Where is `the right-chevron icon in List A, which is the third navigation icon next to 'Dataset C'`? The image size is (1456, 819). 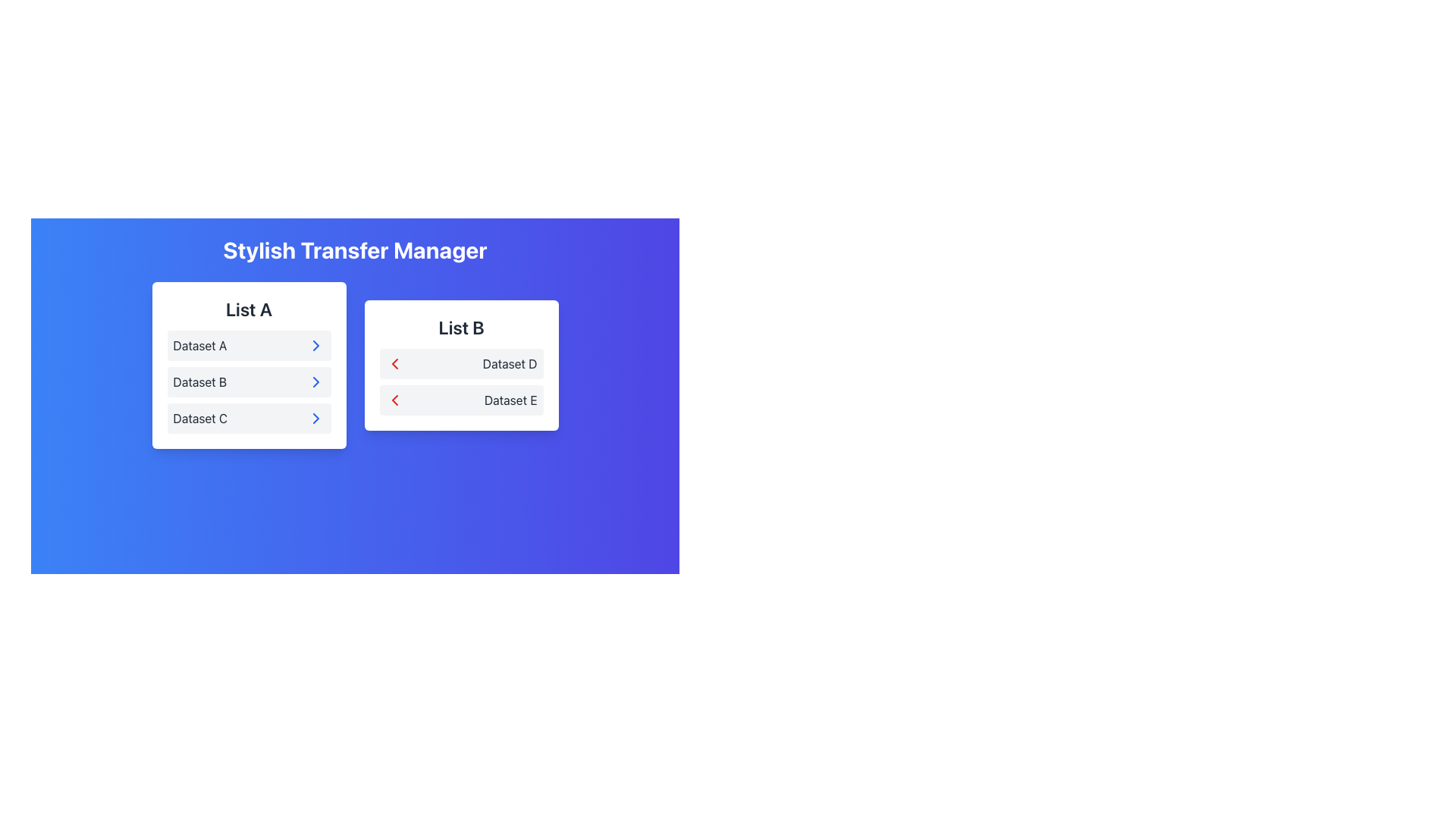
the right-chevron icon in List A, which is the third navigation icon next to 'Dataset C' is located at coordinates (315, 345).